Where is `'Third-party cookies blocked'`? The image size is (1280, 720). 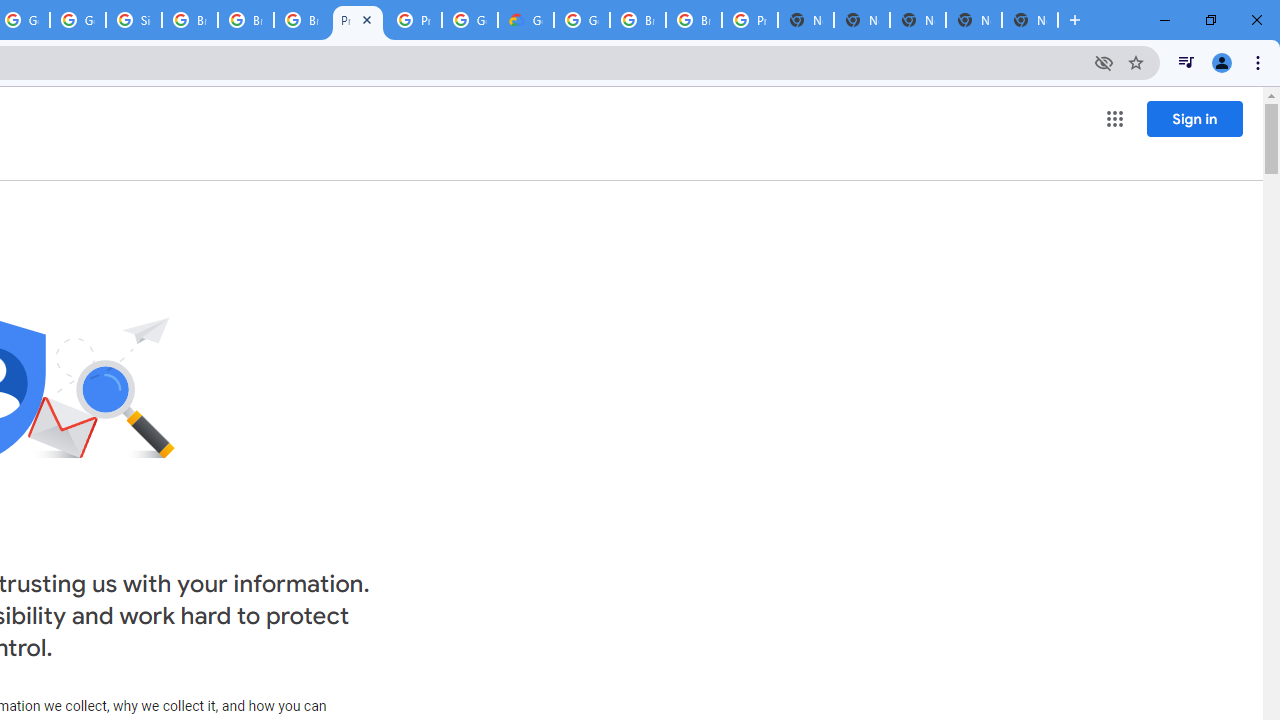
'Third-party cookies blocked' is located at coordinates (1103, 61).